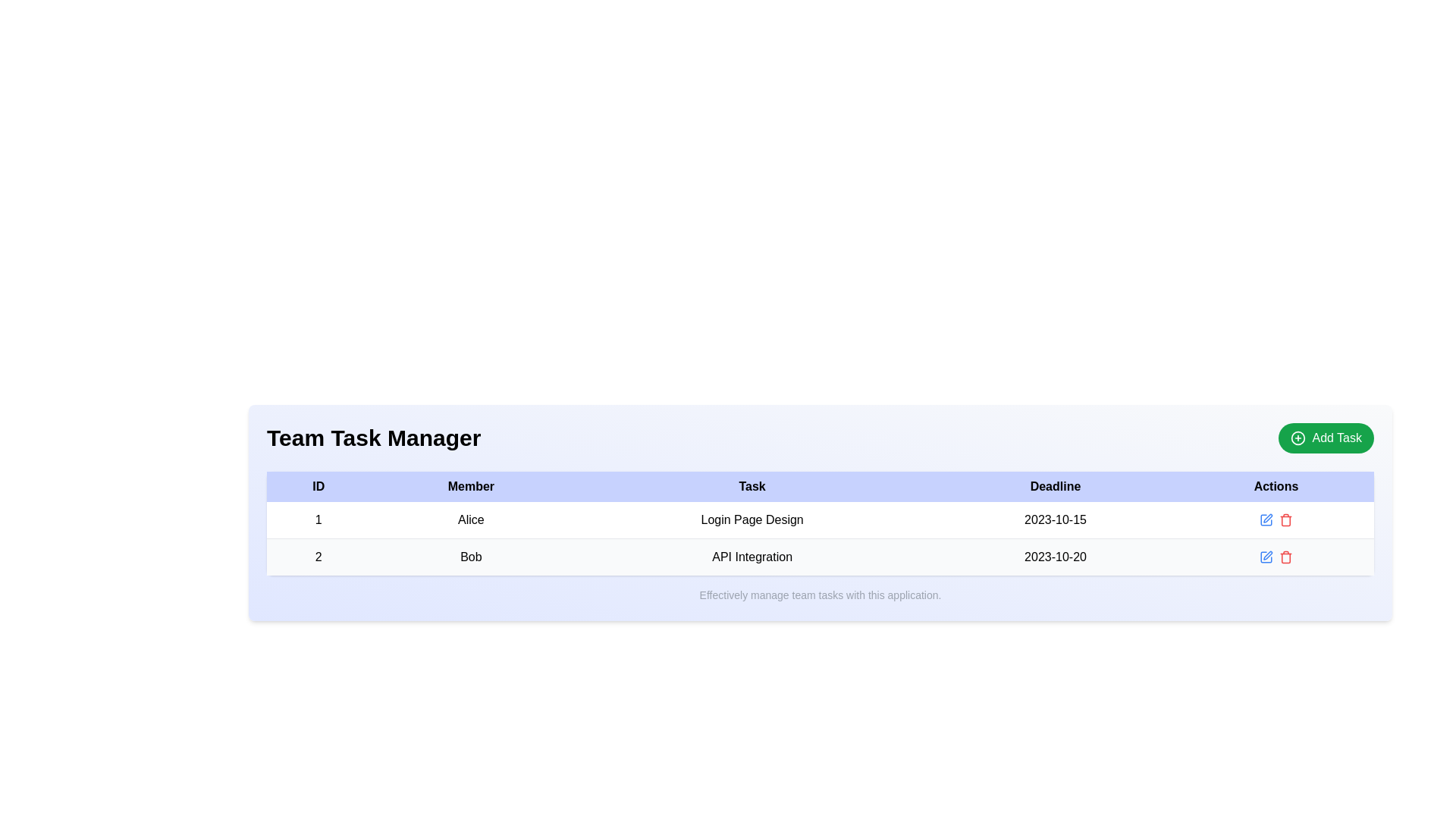 This screenshot has width=1456, height=819. I want to click on the Table cell (td) displaying identification data for the first row, marked as item '1', located under the 'ID' column, so click(318, 519).